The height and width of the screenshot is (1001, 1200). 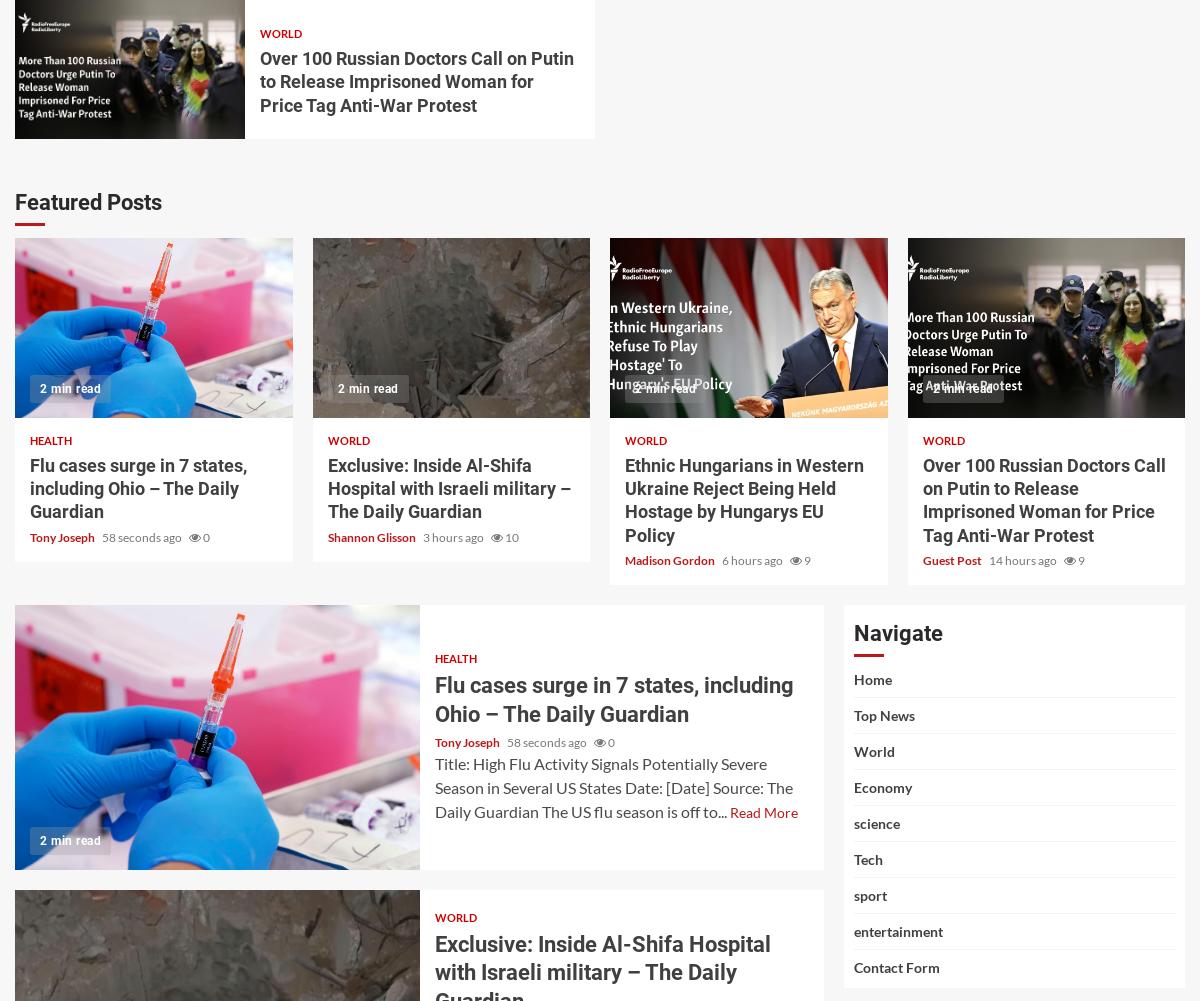 What do you see at coordinates (752, 559) in the screenshot?
I see `'6 hours ago'` at bounding box center [752, 559].